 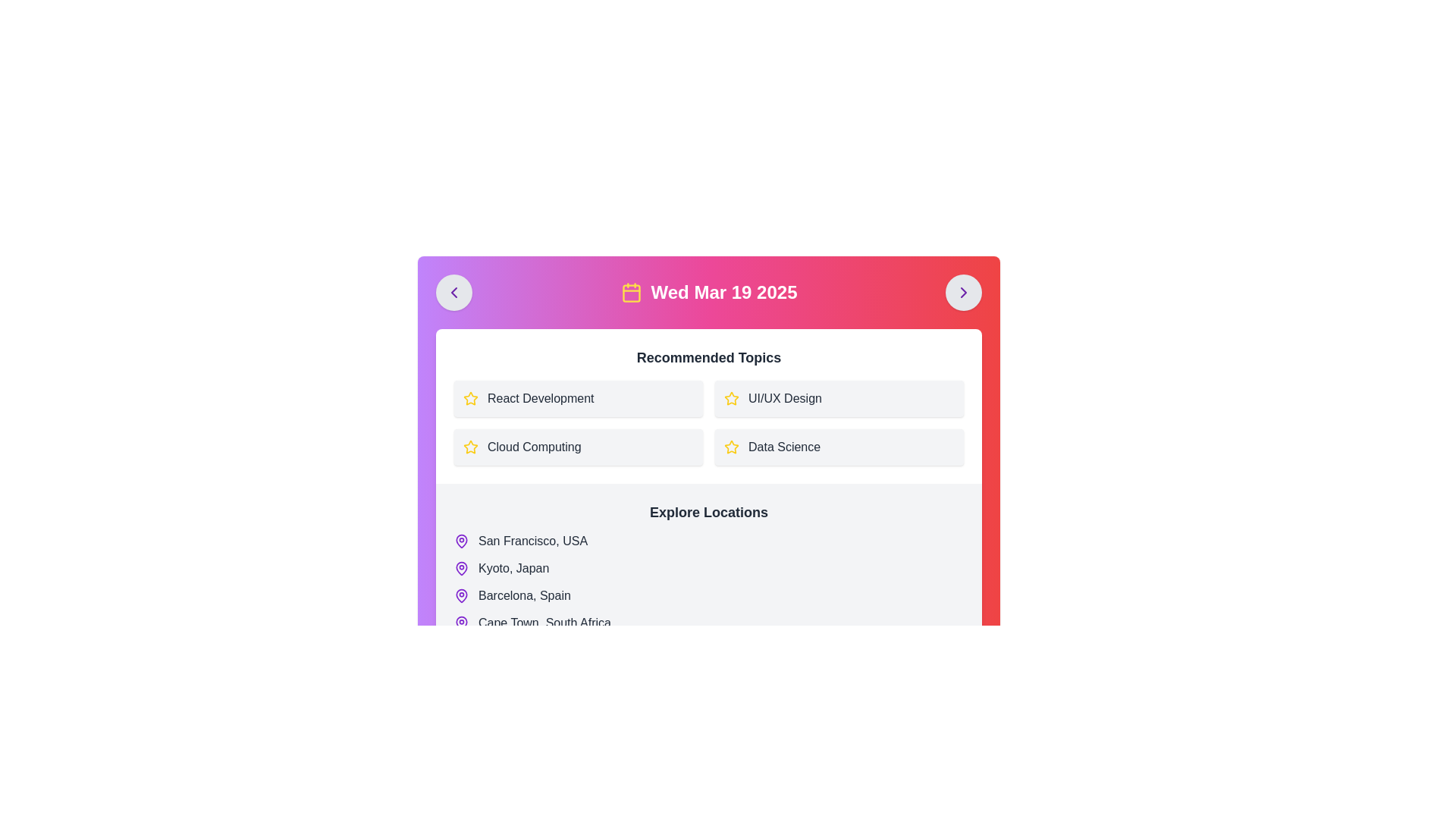 I want to click on pin-shaped icon representing Cape Town, South Africa, located in the fourth position of the 'Explore Locations' list, so click(x=461, y=623).